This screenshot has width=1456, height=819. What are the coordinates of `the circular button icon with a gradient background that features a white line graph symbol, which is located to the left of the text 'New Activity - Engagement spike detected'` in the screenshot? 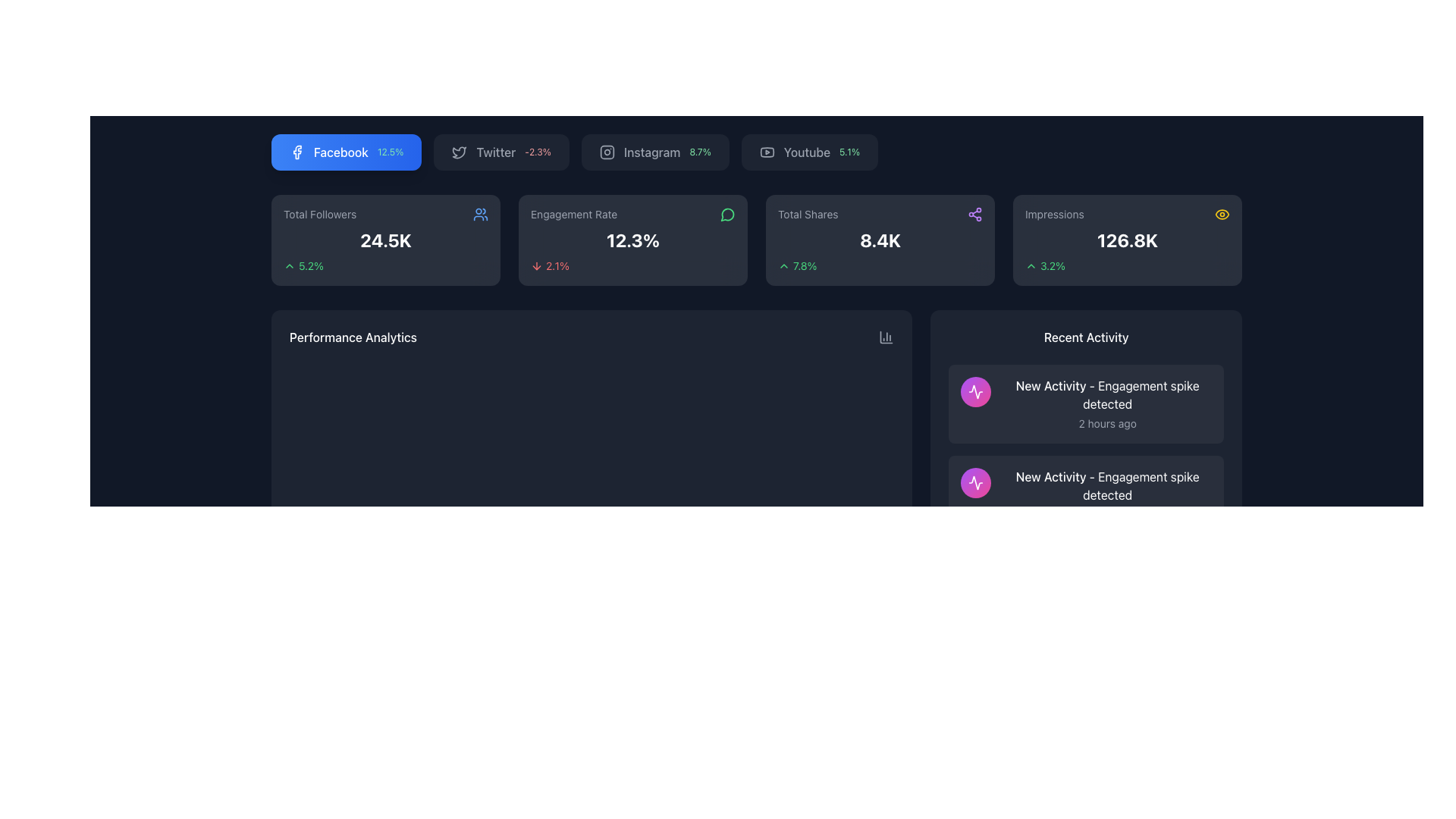 It's located at (976, 391).